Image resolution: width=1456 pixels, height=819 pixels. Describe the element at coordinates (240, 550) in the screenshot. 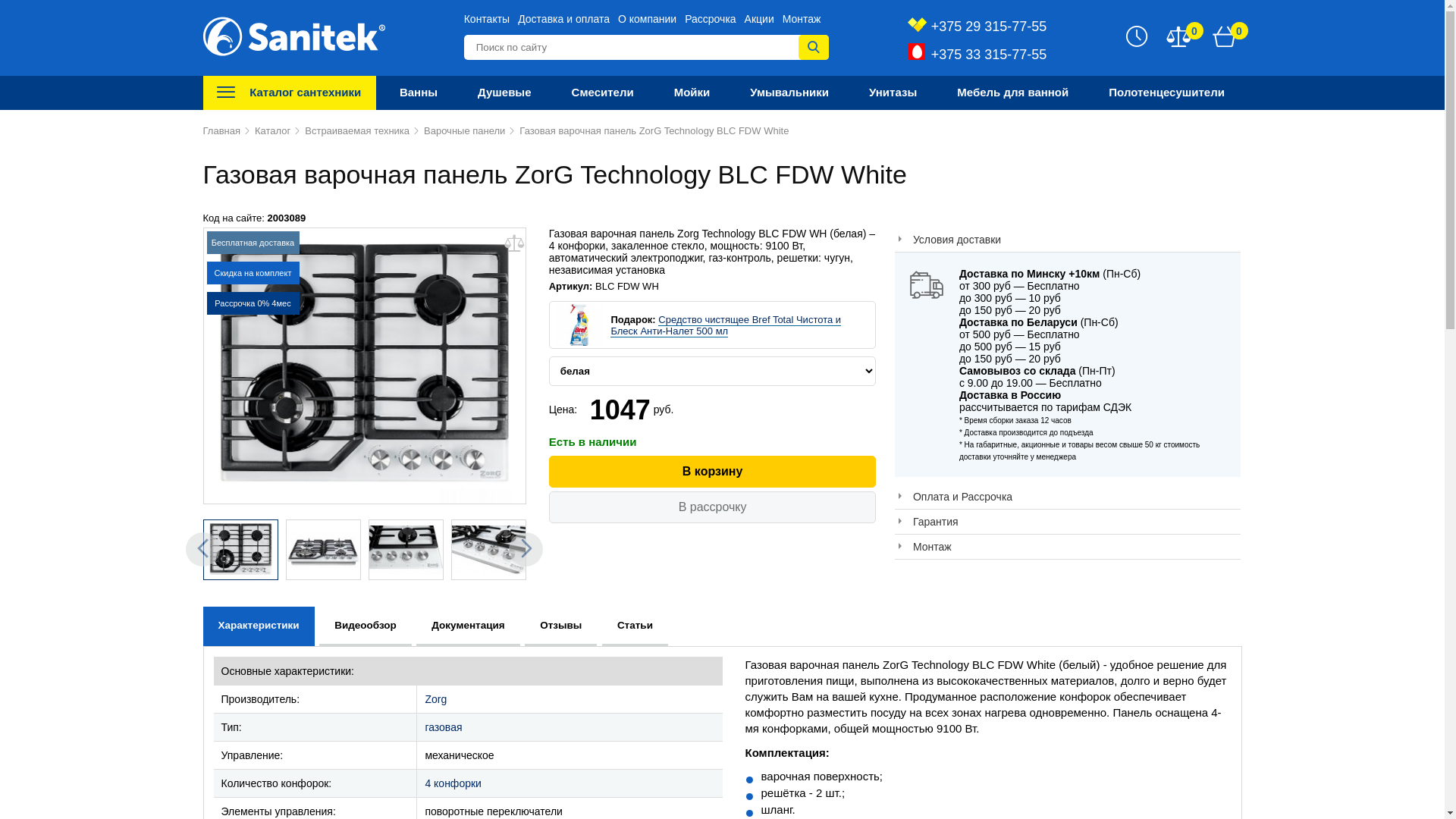

I see `' '` at that location.